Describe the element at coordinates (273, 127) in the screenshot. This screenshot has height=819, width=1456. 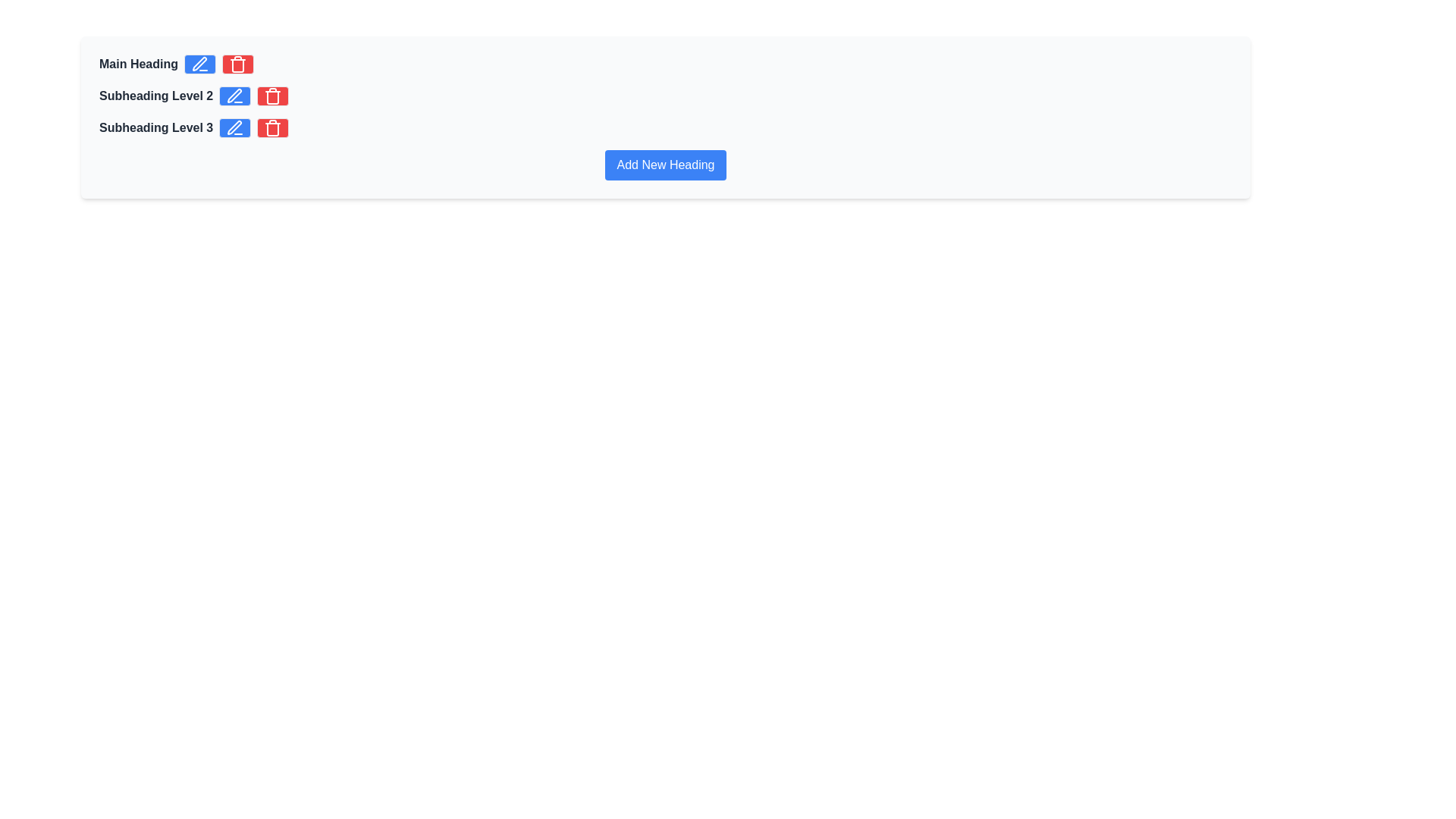
I see `the red rounded rectangle button with a trash icon, located to the right of the 'Subheading Level 3' text` at that location.